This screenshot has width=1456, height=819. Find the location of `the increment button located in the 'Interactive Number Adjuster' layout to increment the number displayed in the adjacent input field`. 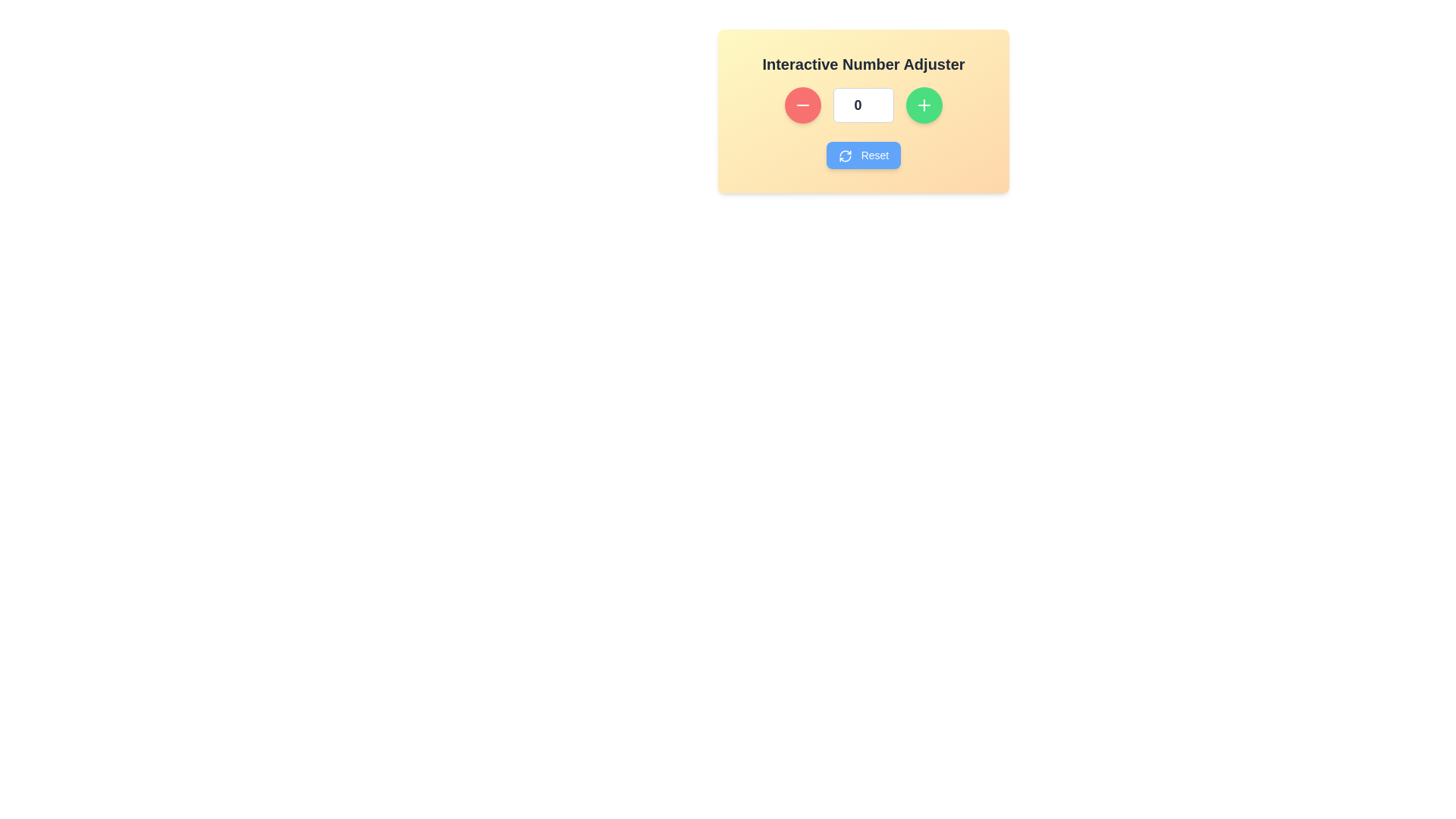

the increment button located in the 'Interactive Number Adjuster' layout to increment the number displayed in the adjacent input field is located at coordinates (924, 104).